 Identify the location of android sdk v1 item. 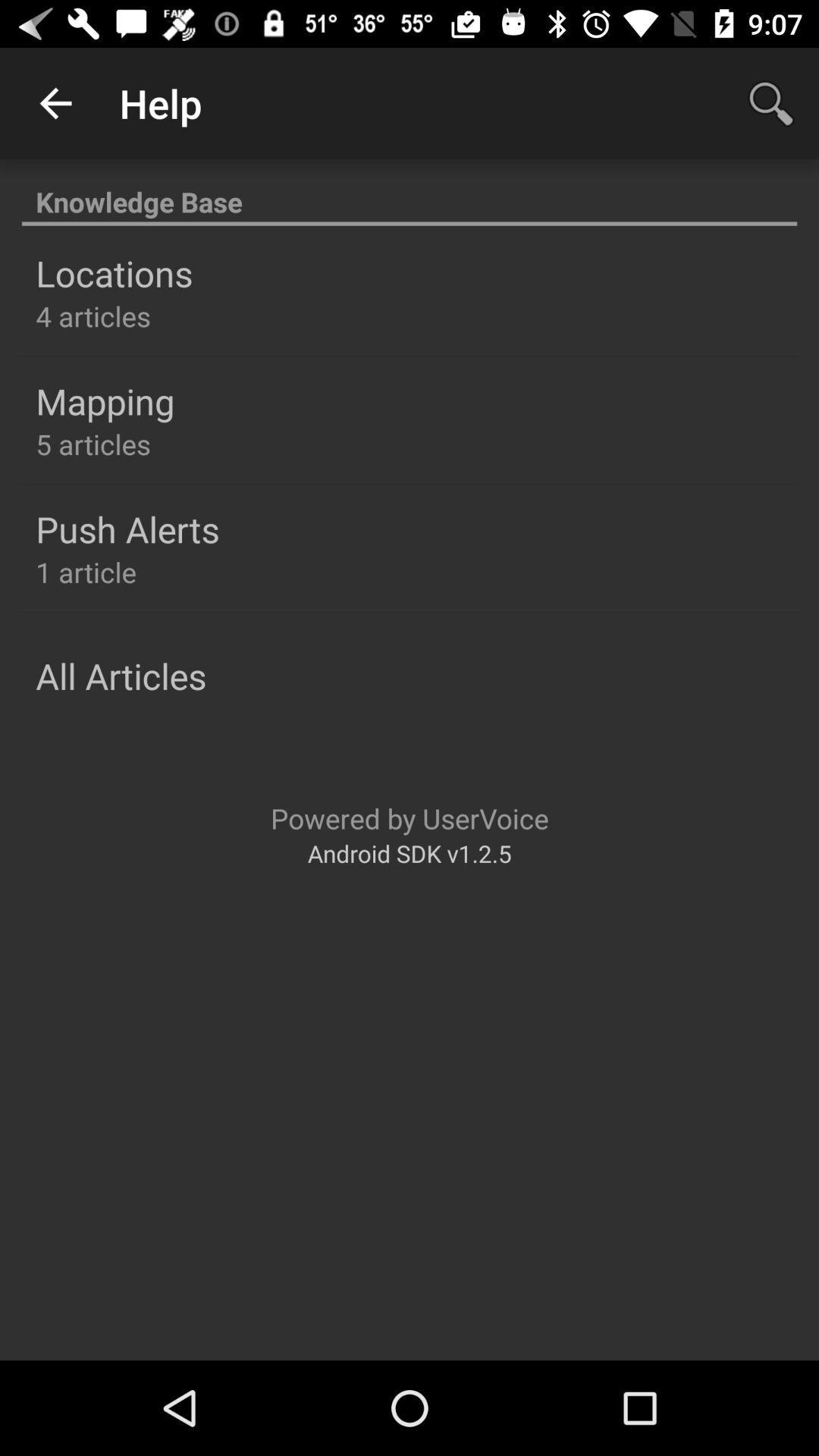
(409, 853).